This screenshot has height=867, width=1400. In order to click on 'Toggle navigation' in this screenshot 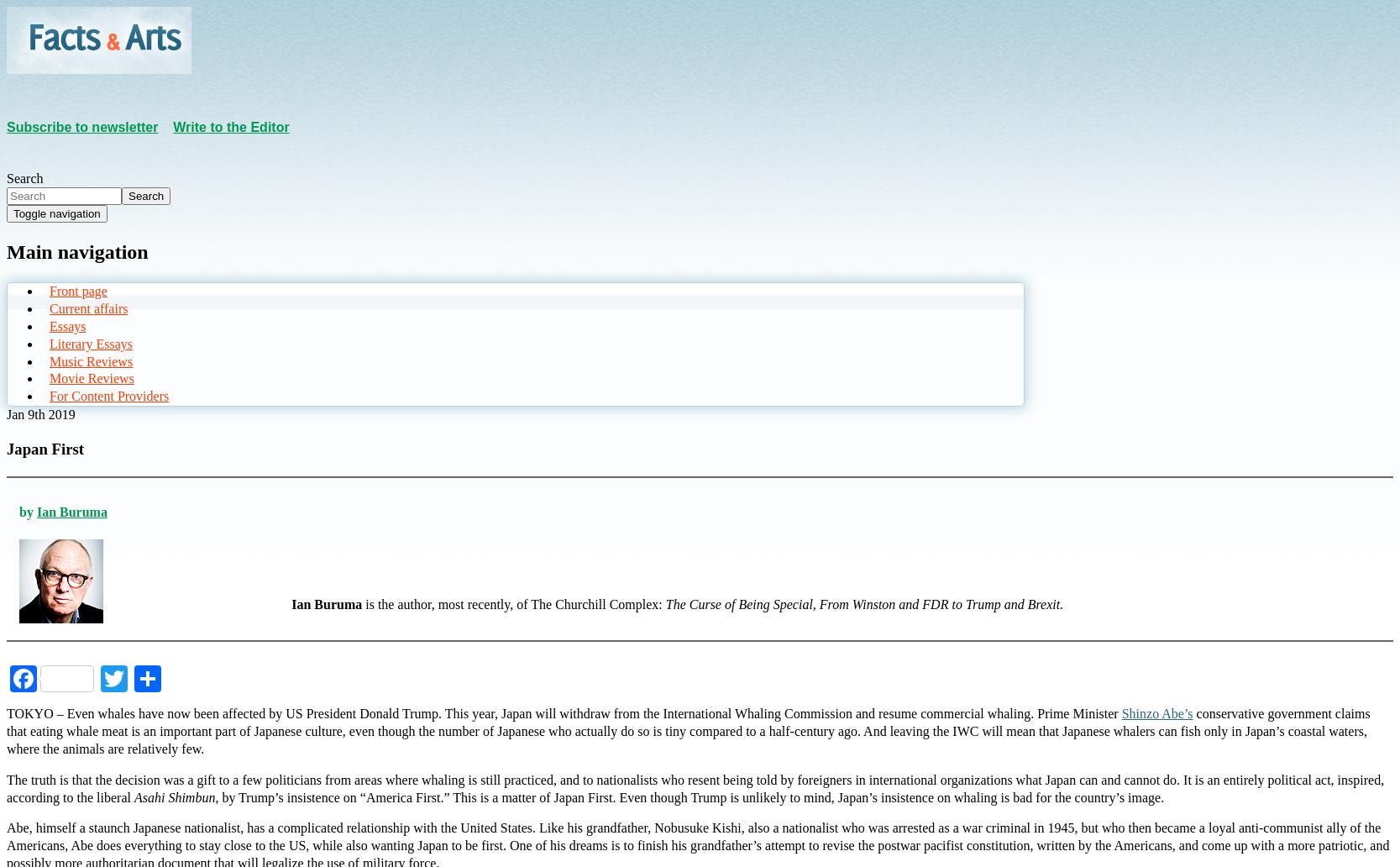, I will do `click(55, 213)`.